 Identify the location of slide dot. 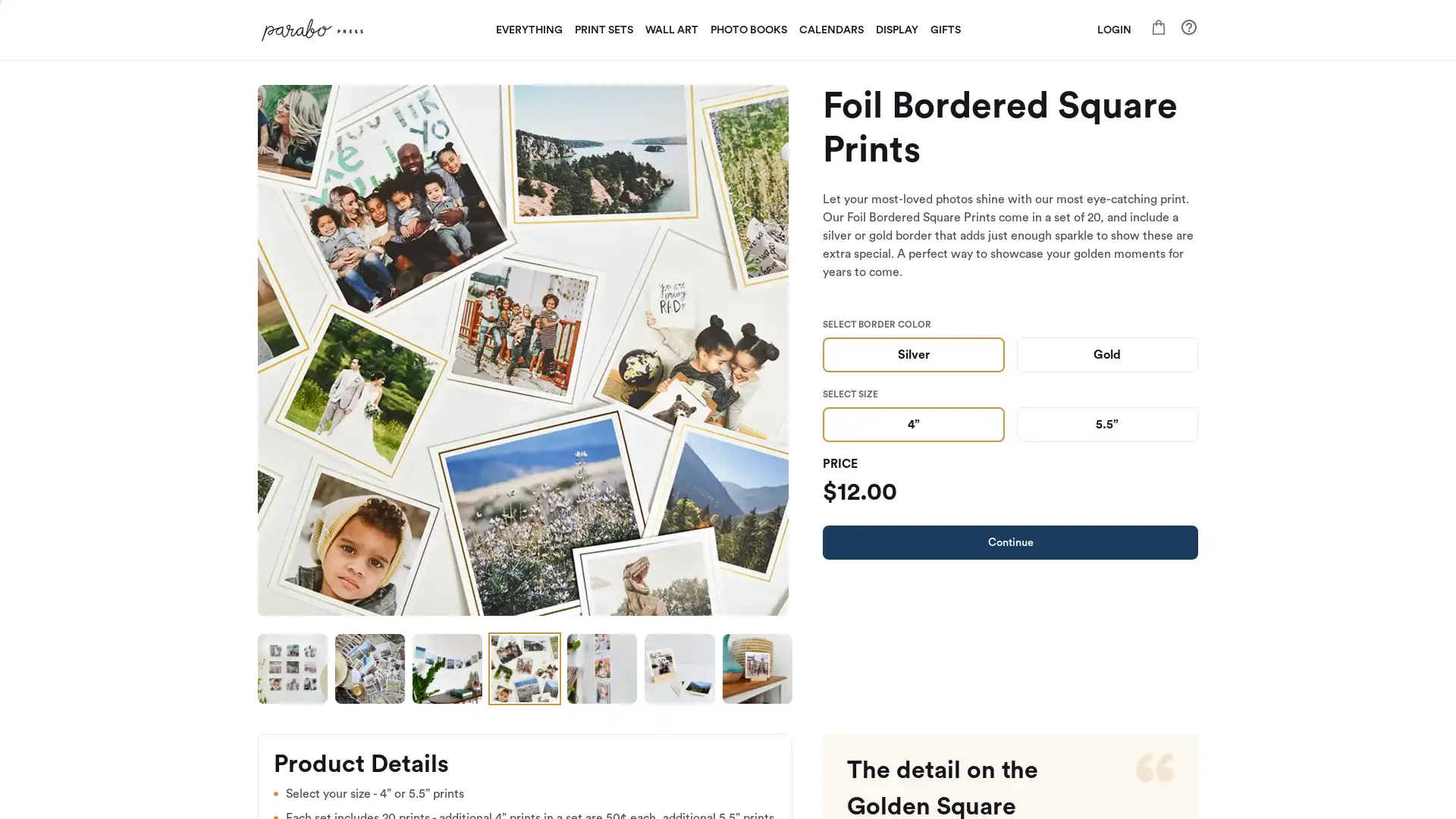
(370, 668).